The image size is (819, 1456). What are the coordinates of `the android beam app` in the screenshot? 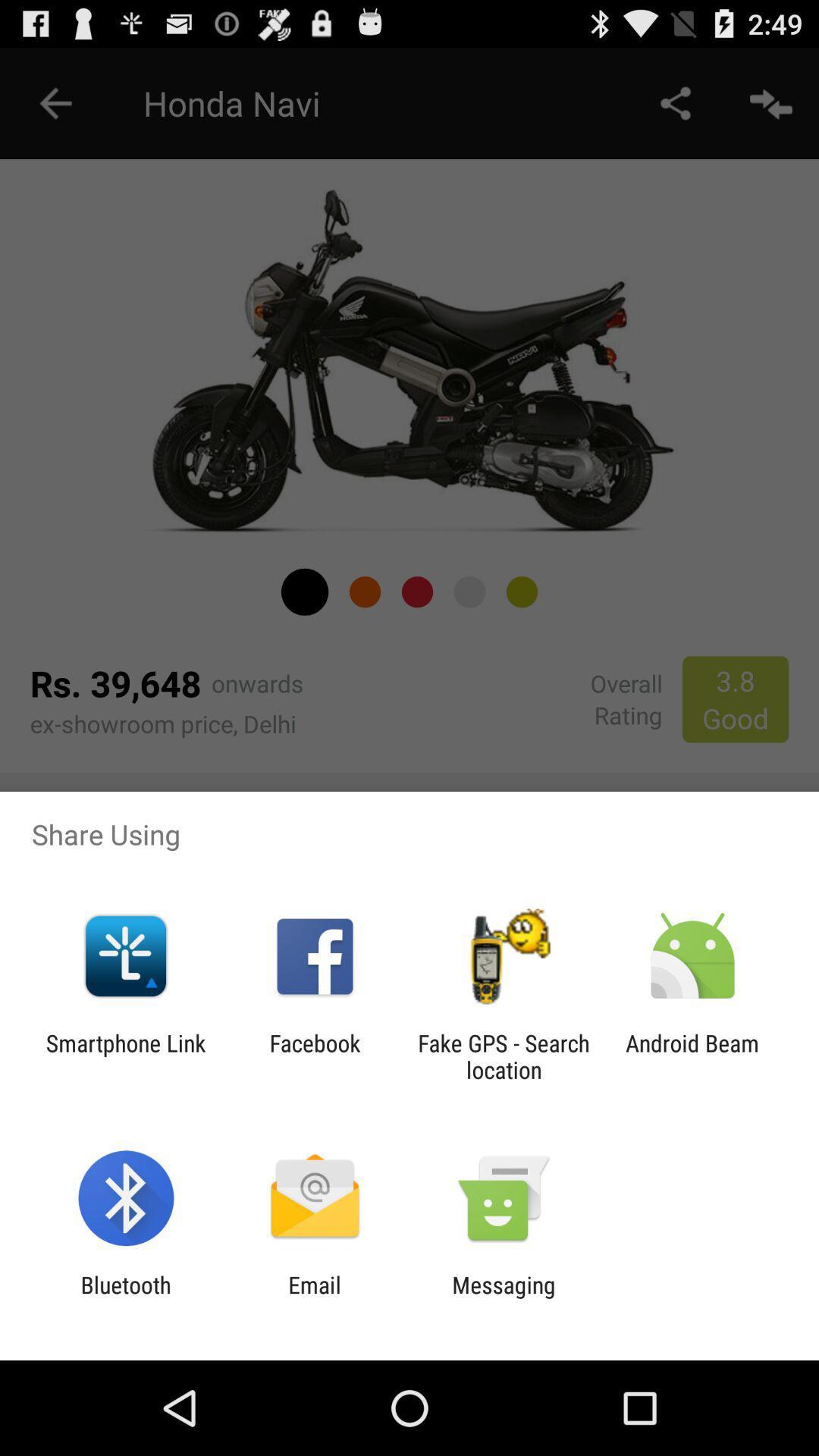 It's located at (692, 1056).